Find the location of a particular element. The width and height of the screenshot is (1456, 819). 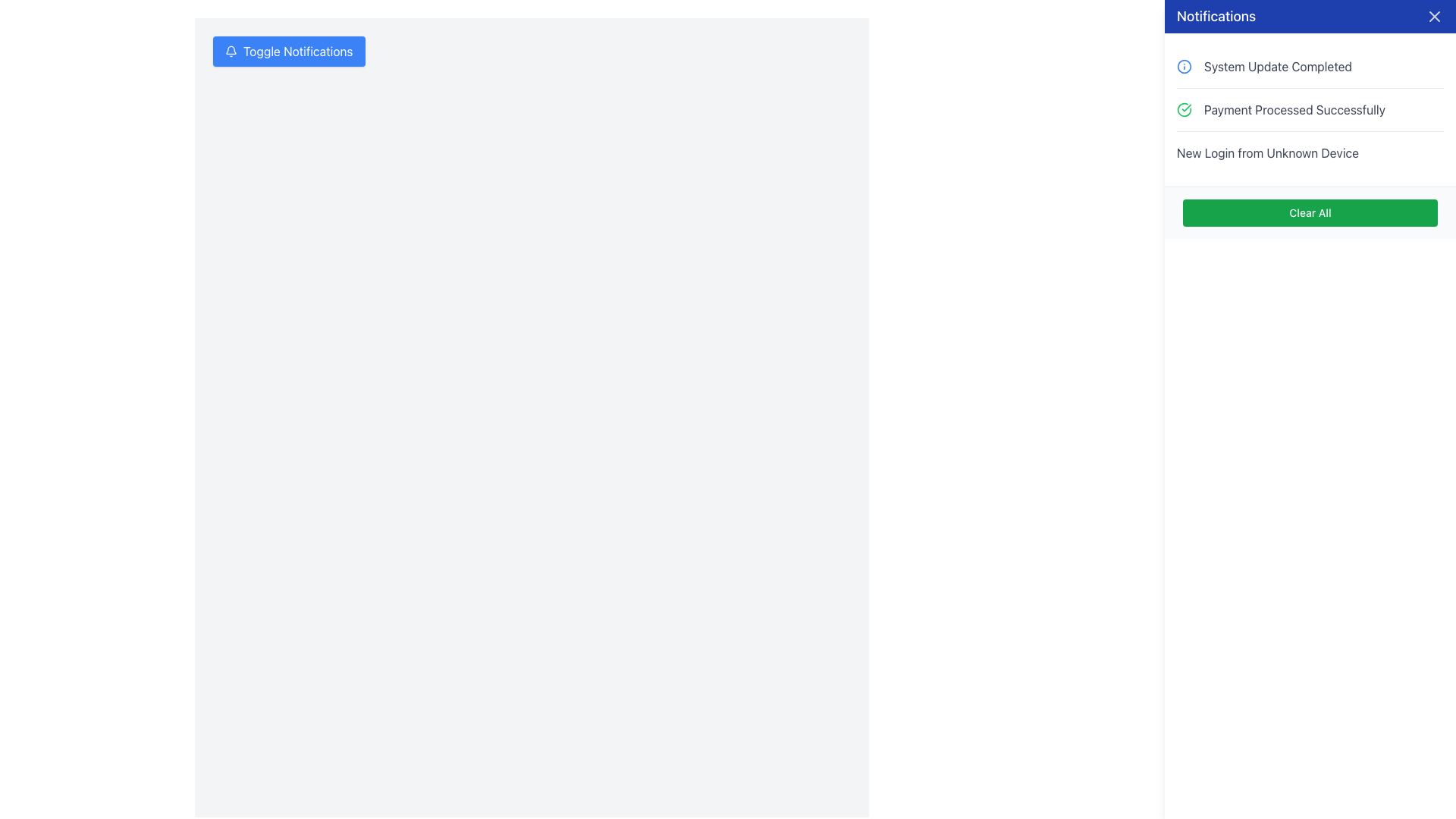

the green checkmark icon enclosed in a circle, which indicates success, located to the left of the 'Payment Processed Successfully' text in the notification panel is located at coordinates (1183, 109).